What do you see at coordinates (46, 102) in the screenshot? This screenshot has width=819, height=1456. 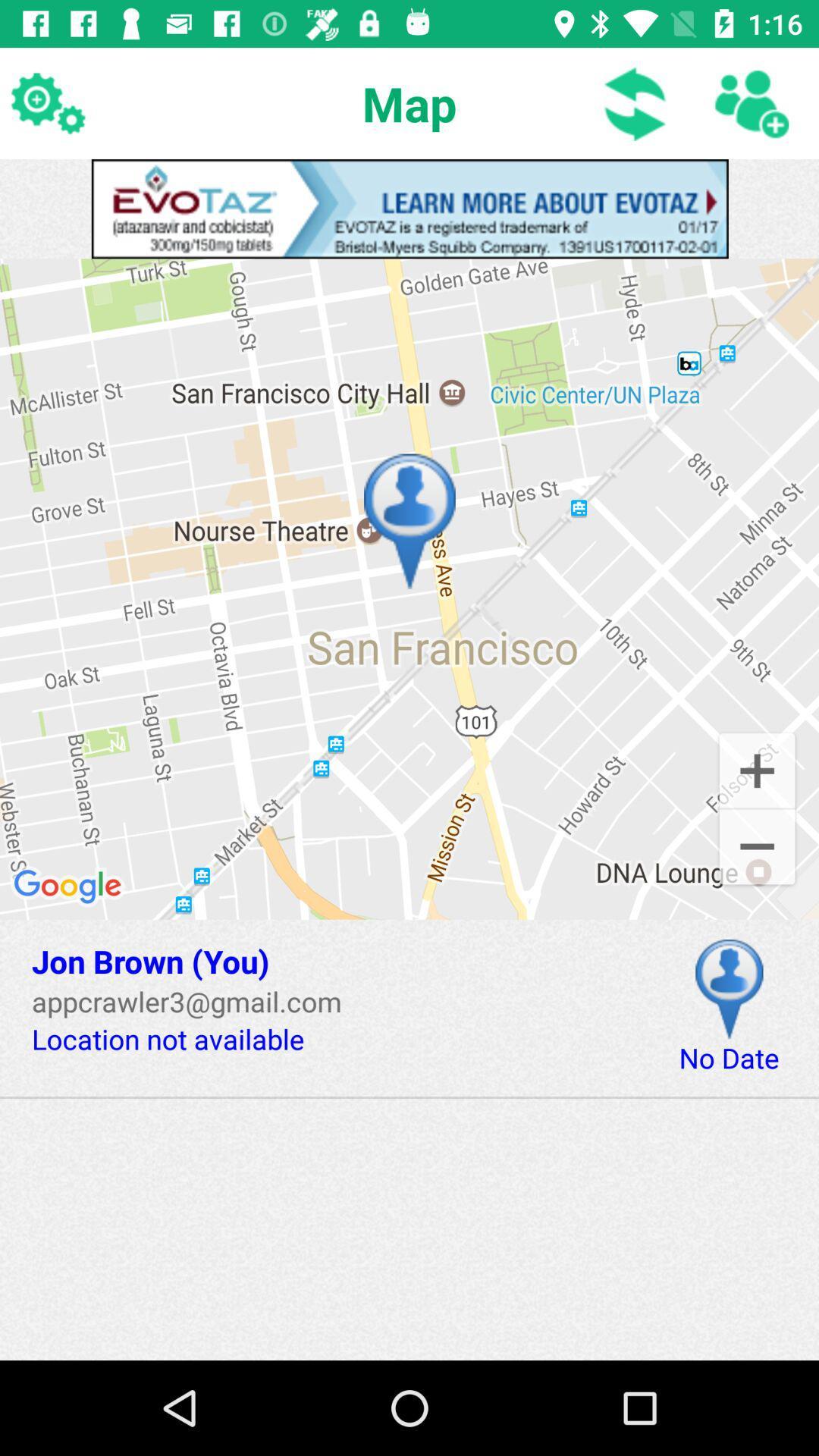 I see `options menu` at bounding box center [46, 102].